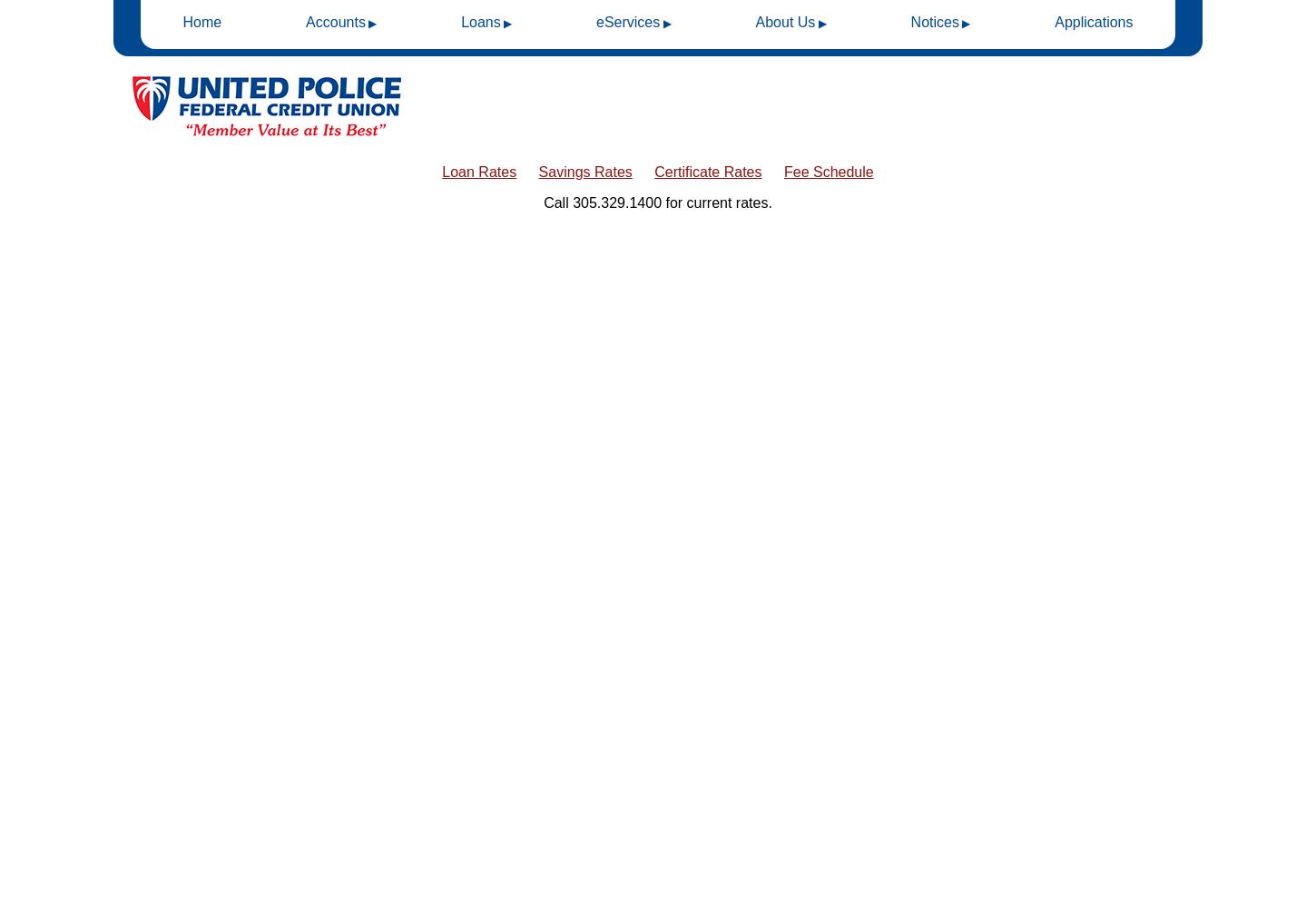  Describe the element at coordinates (584, 171) in the screenshot. I see `'Savings Rates'` at that location.